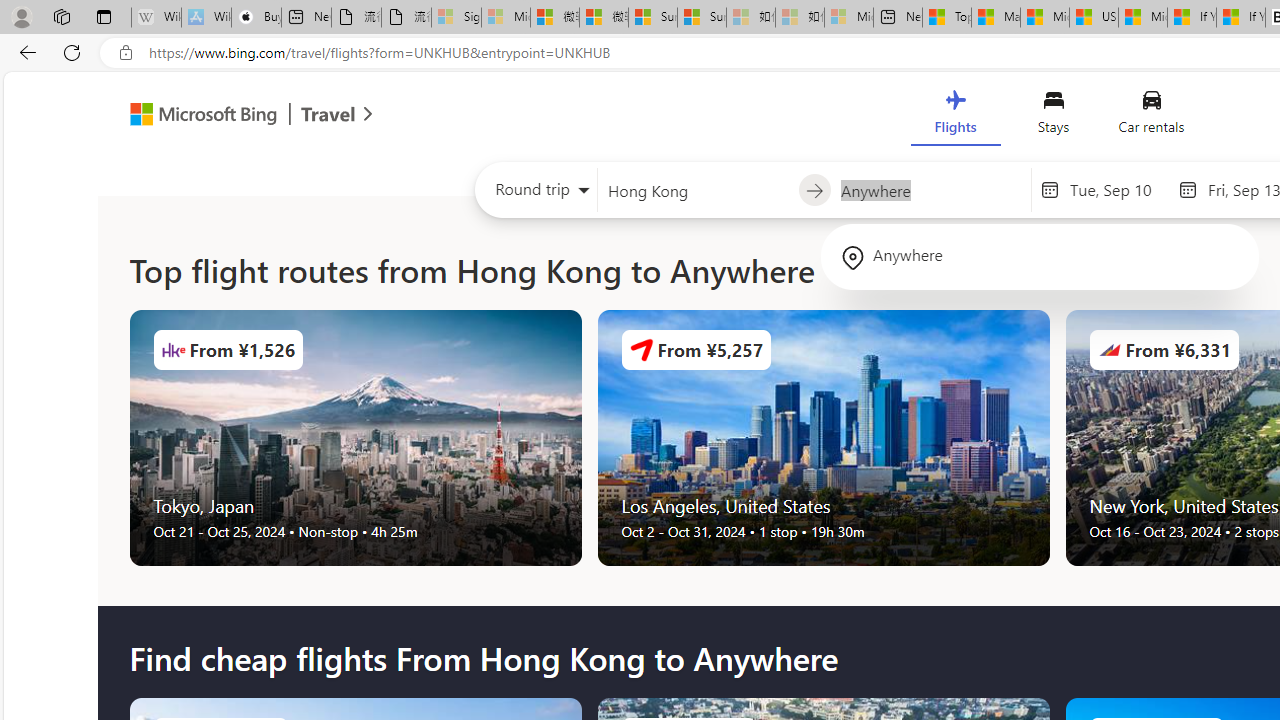  What do you see at coordinates (1151, 117) in the screenshot?
I see `'Car rentals'` at bounding box center [1151, 117].